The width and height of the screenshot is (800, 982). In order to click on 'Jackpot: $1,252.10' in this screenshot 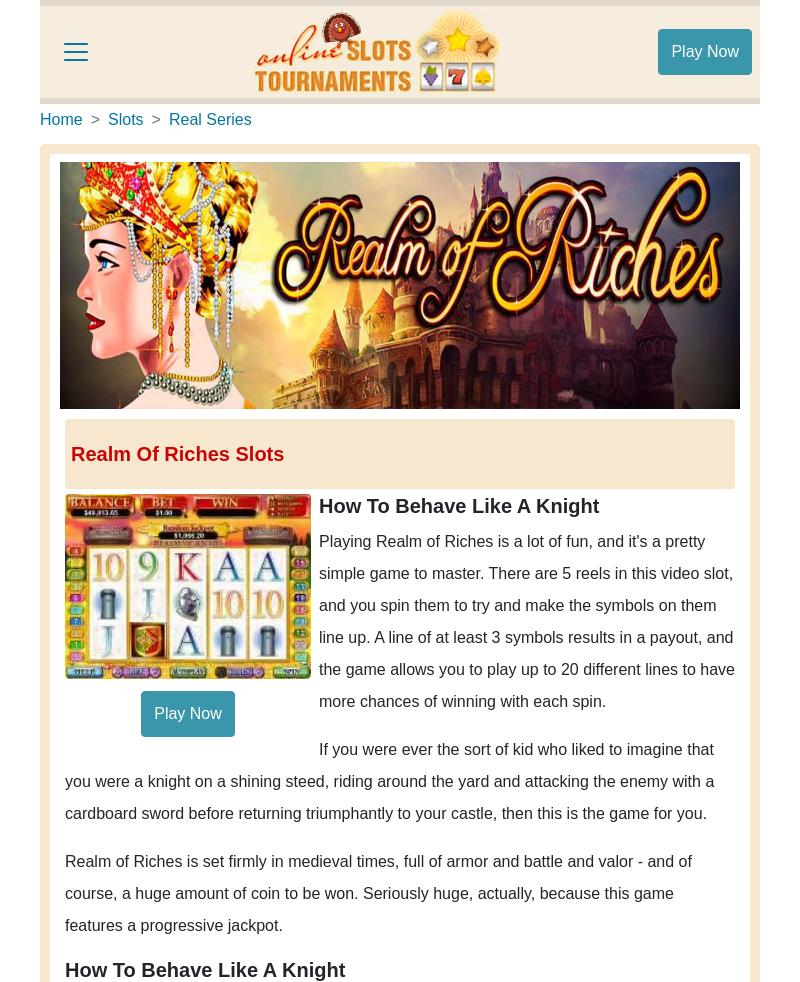, I will do `click(590, 804)`.